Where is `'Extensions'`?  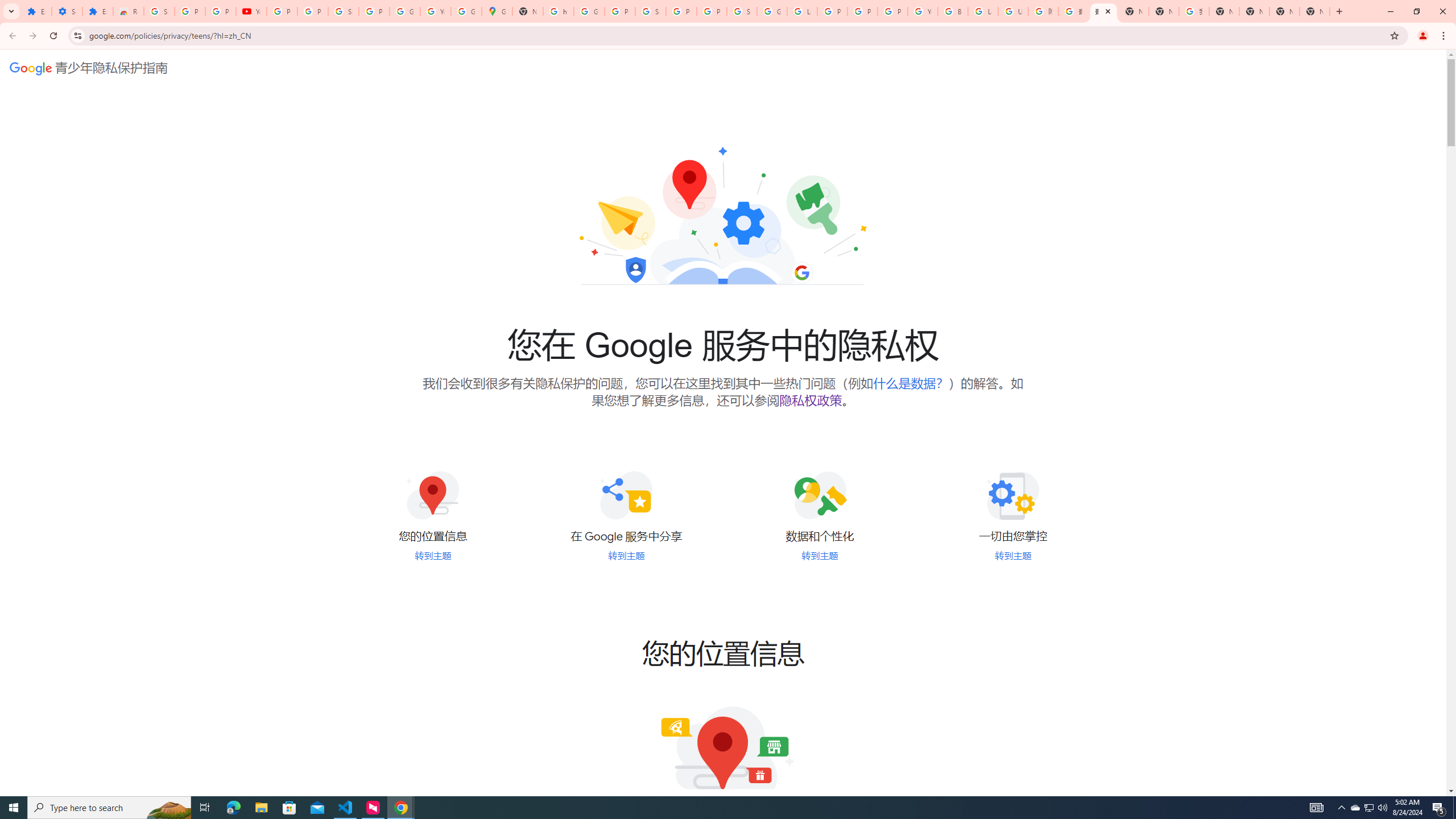
'Extensions' is located at coordinates (97, 11).